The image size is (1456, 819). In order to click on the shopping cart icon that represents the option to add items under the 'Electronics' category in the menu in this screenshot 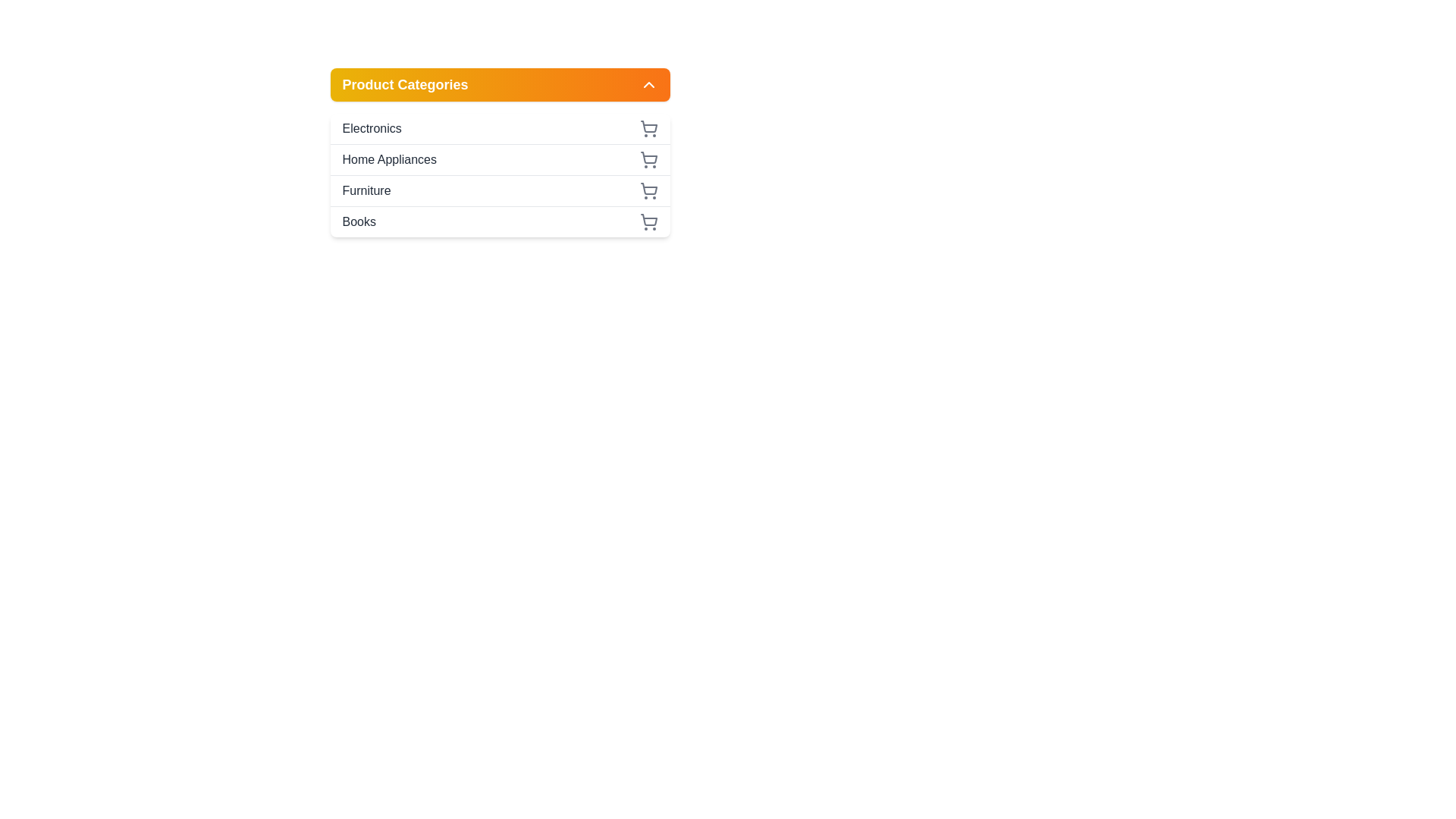, I will do `click(648, 126)`.